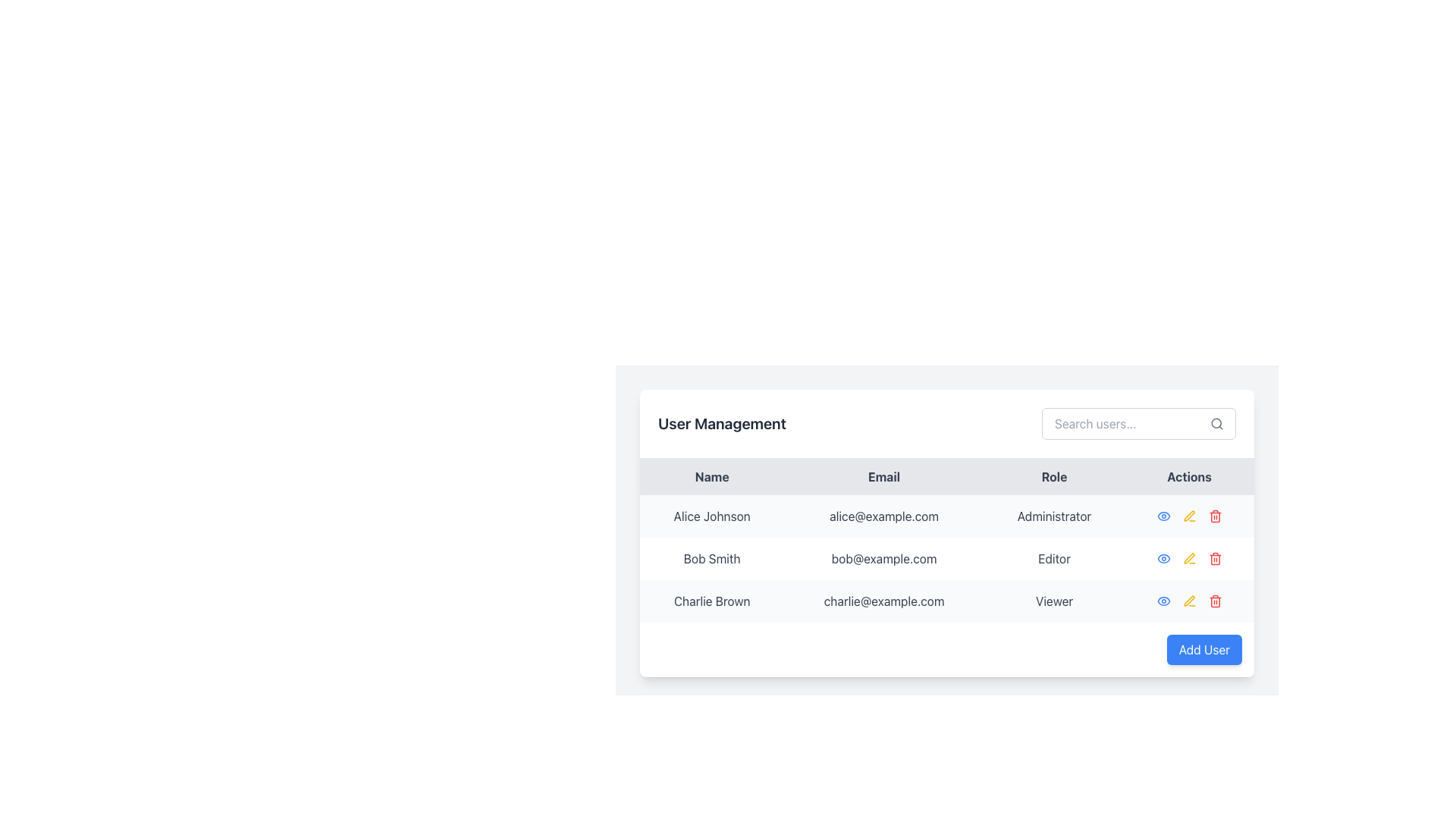 The height and width of the screenshot is (819, 1456). I want to click on the view action icon associated with Bob Smith located in the 'Actions' column of the second row, so click(1163, 558).